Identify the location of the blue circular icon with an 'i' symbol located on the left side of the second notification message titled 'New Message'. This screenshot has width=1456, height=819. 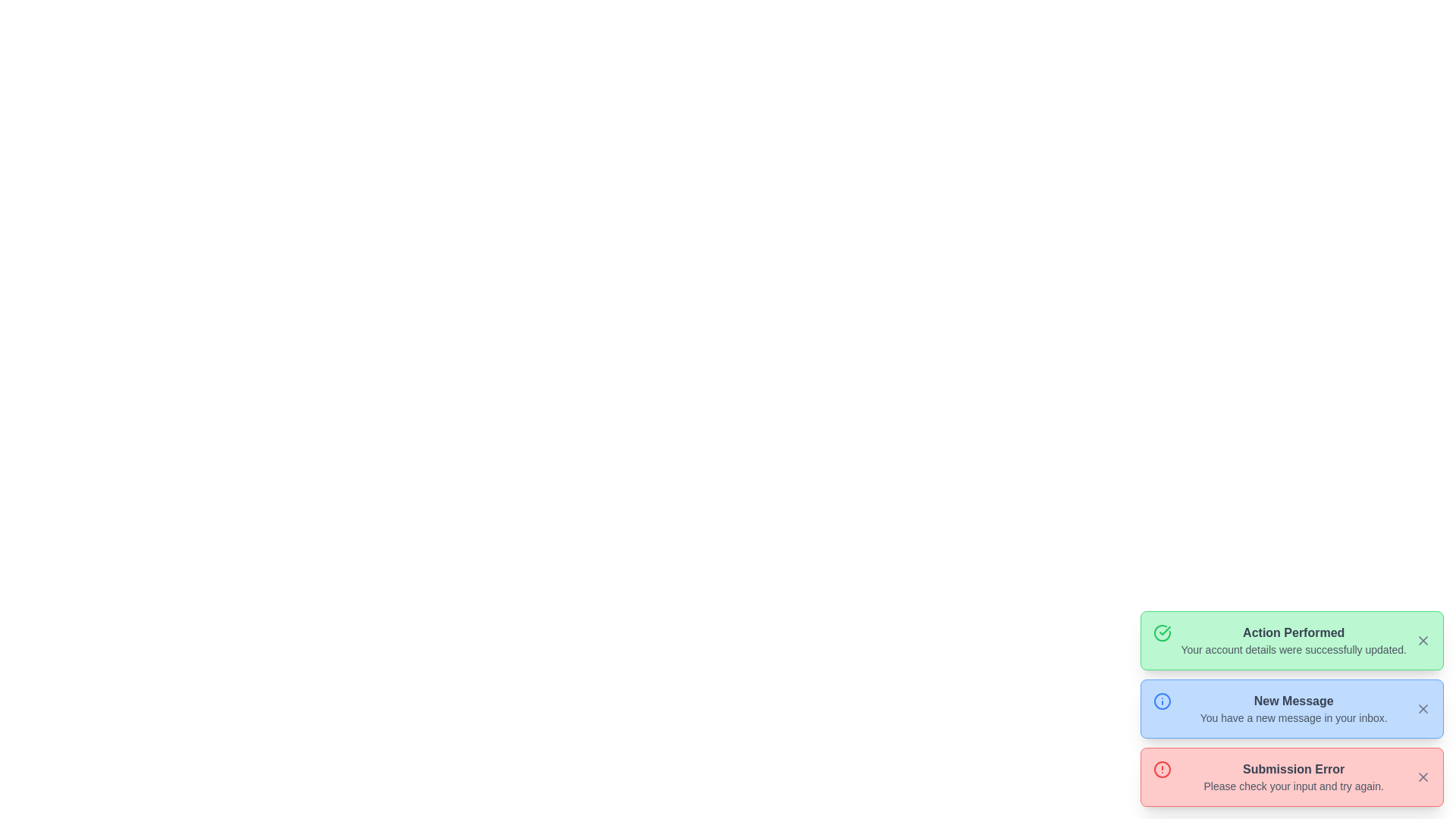
(1162, 701).